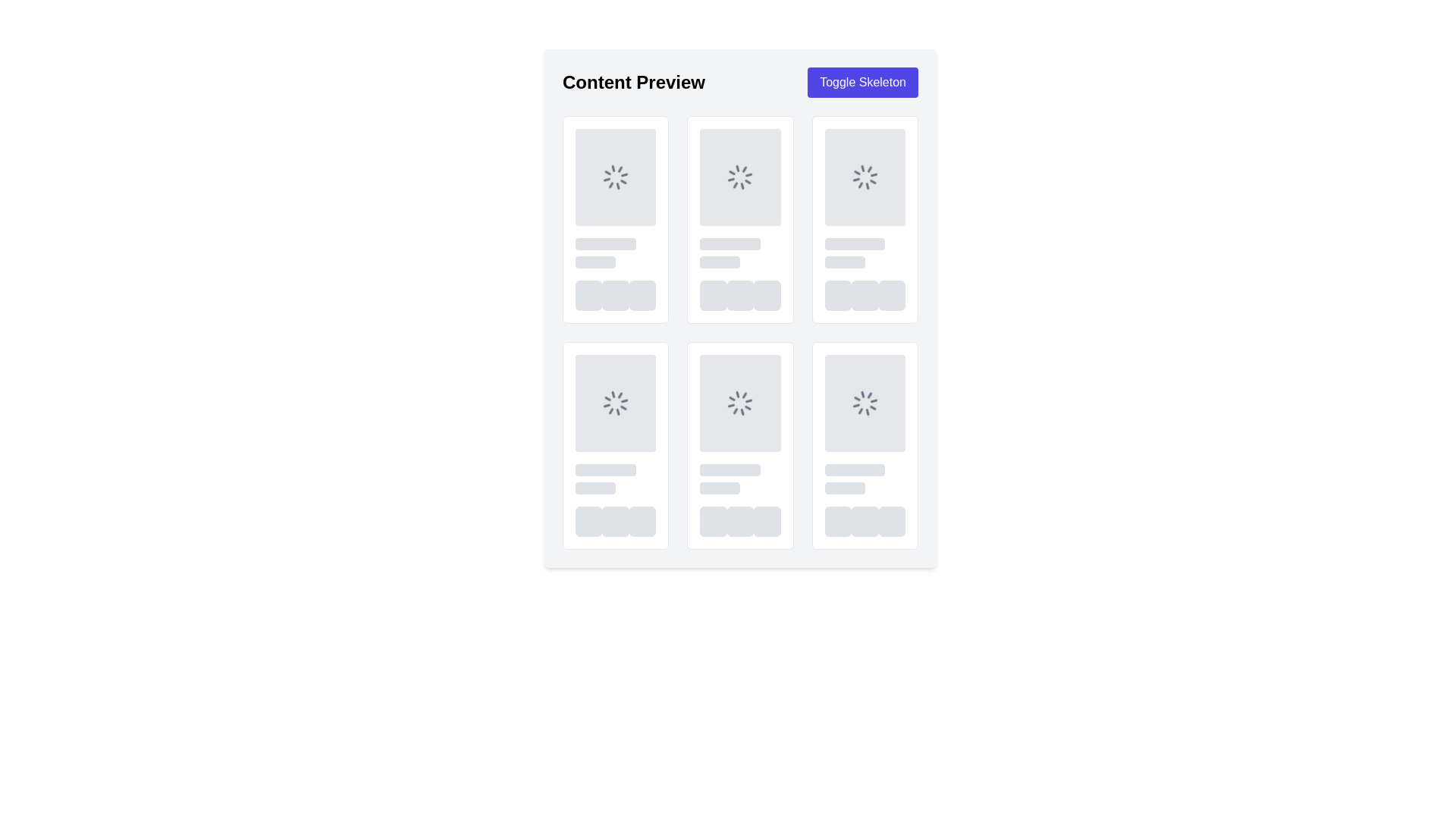 This screenshot has width=1456, height=819. What do you see at coordinates (740, 295) in the screenshot?
I see `the UI placeholder group composed of three rounded rectangles, indicating a loading state, located at the bottom of the second column from the left` at bounding box center [740, 295].